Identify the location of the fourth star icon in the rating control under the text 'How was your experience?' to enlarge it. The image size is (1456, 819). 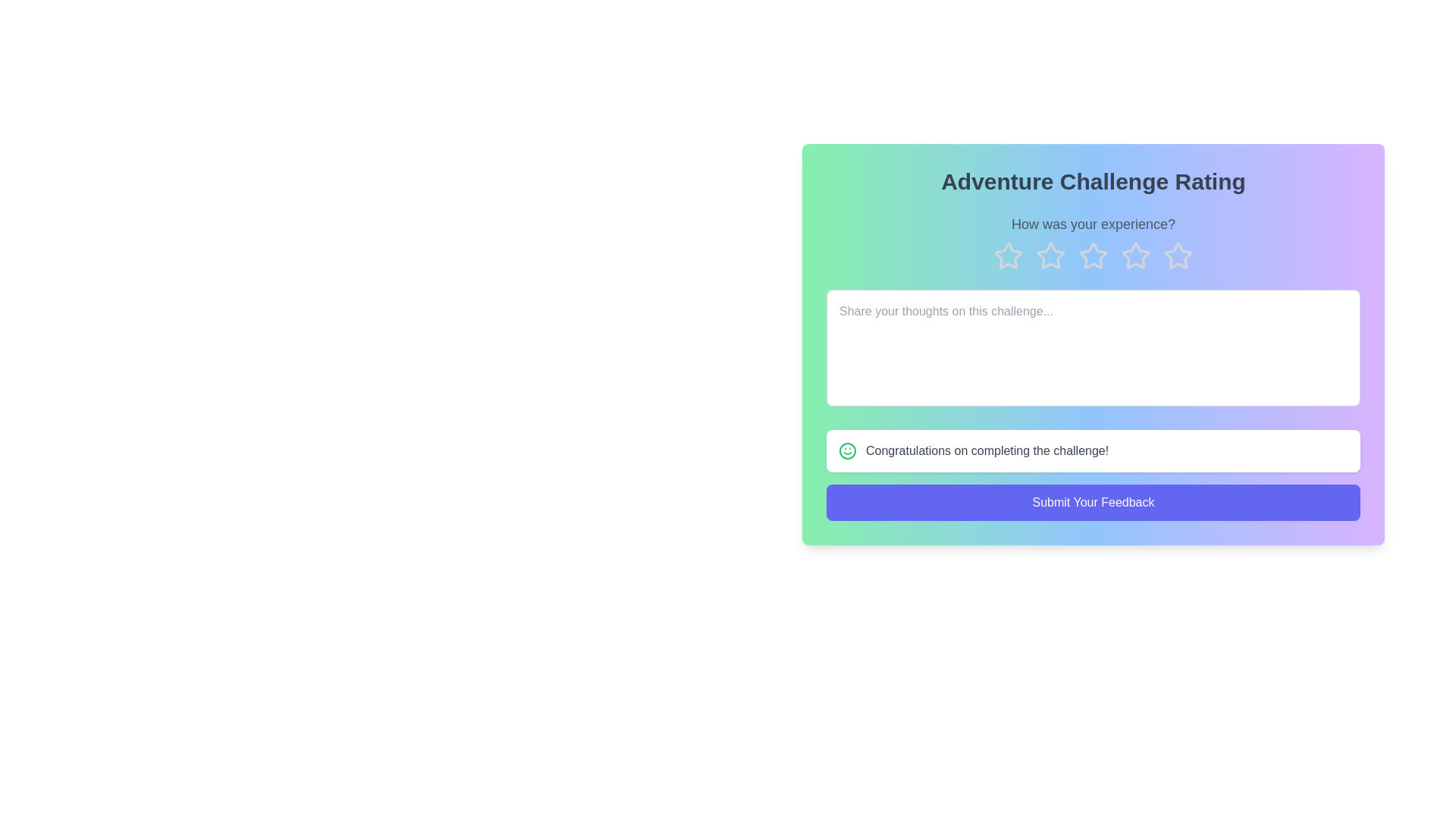
(1135, 256).